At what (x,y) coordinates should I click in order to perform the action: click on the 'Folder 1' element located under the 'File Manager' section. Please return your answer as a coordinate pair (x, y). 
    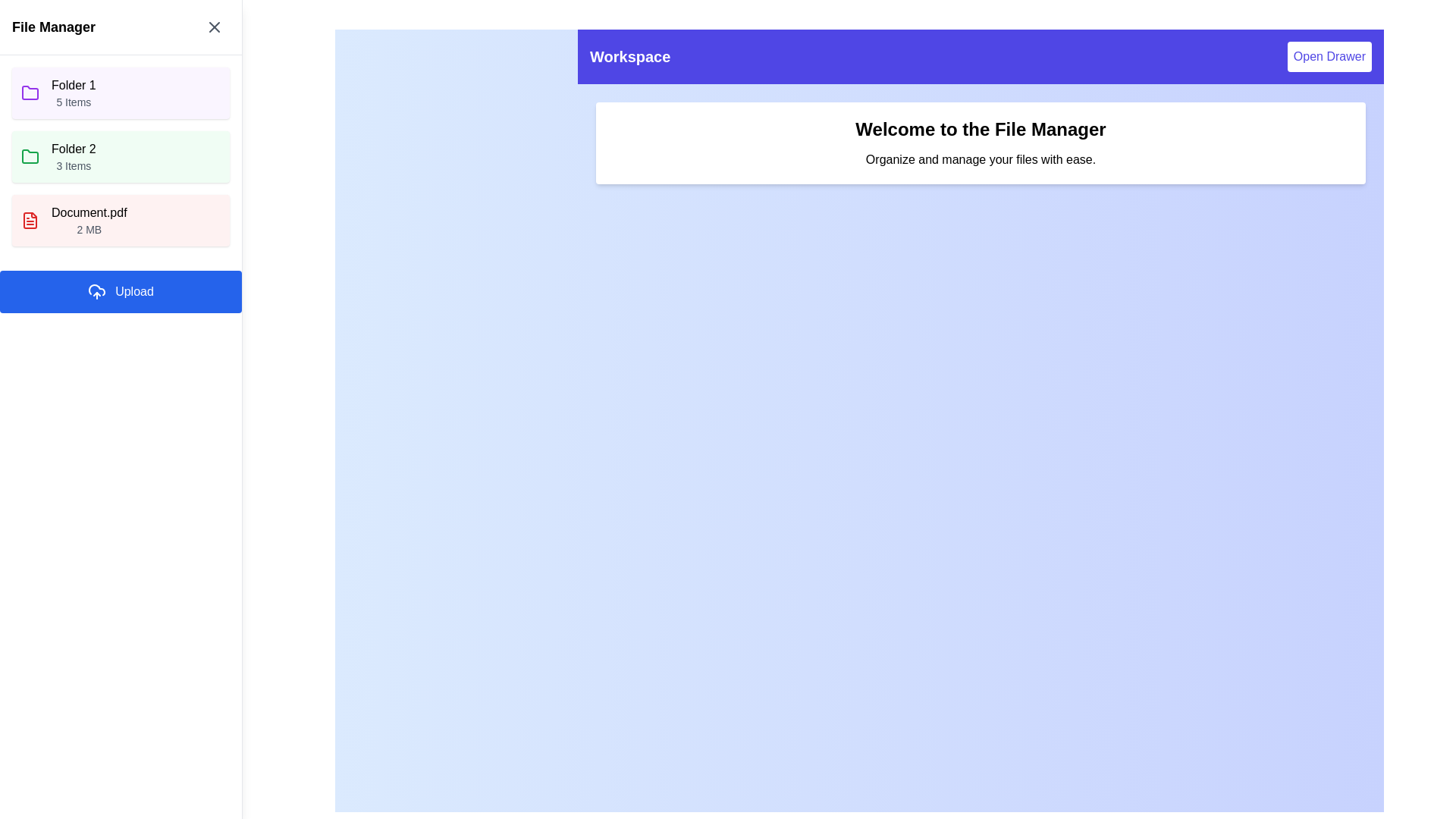
    Looking at the image, I should click on (73, 93).